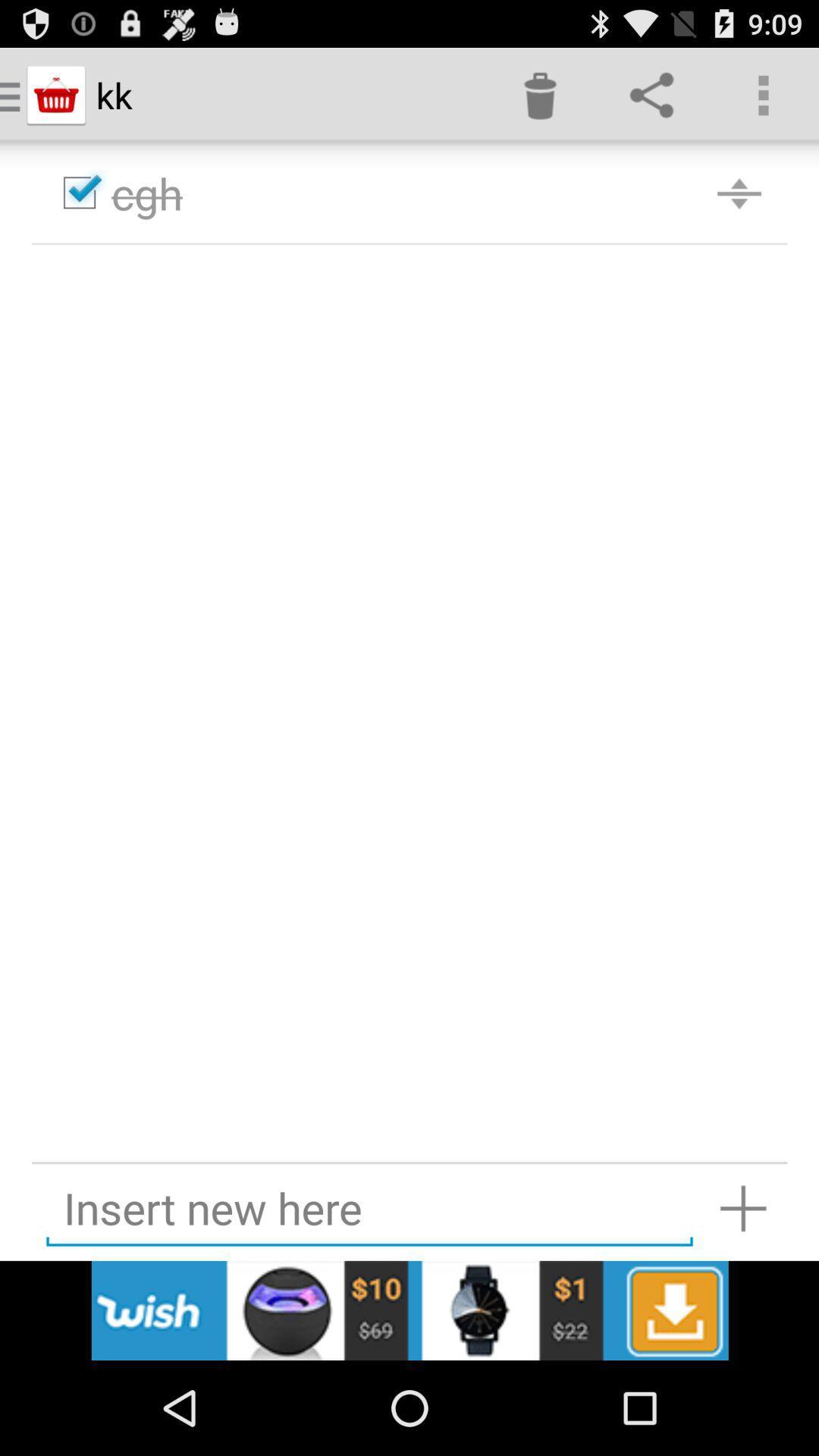  Describe the element at coordinates (539, 94) in the screenshot. I see `left of share` at that location.